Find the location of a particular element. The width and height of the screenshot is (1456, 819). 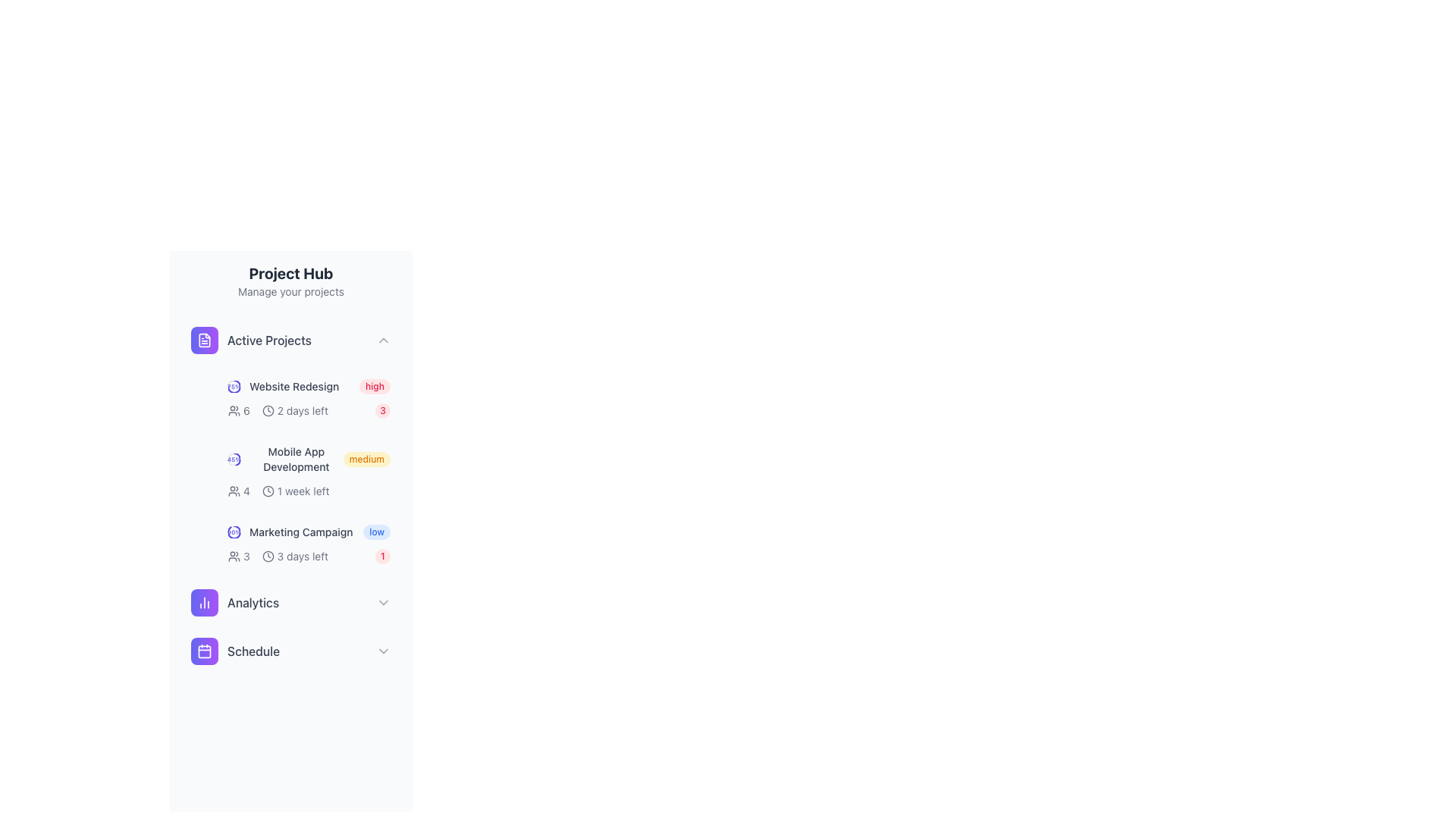

the circular outer part of the clock icon located in the third entry of the active projects list, beneath 'Mobile App Development' is located at coordinates (268, 556).